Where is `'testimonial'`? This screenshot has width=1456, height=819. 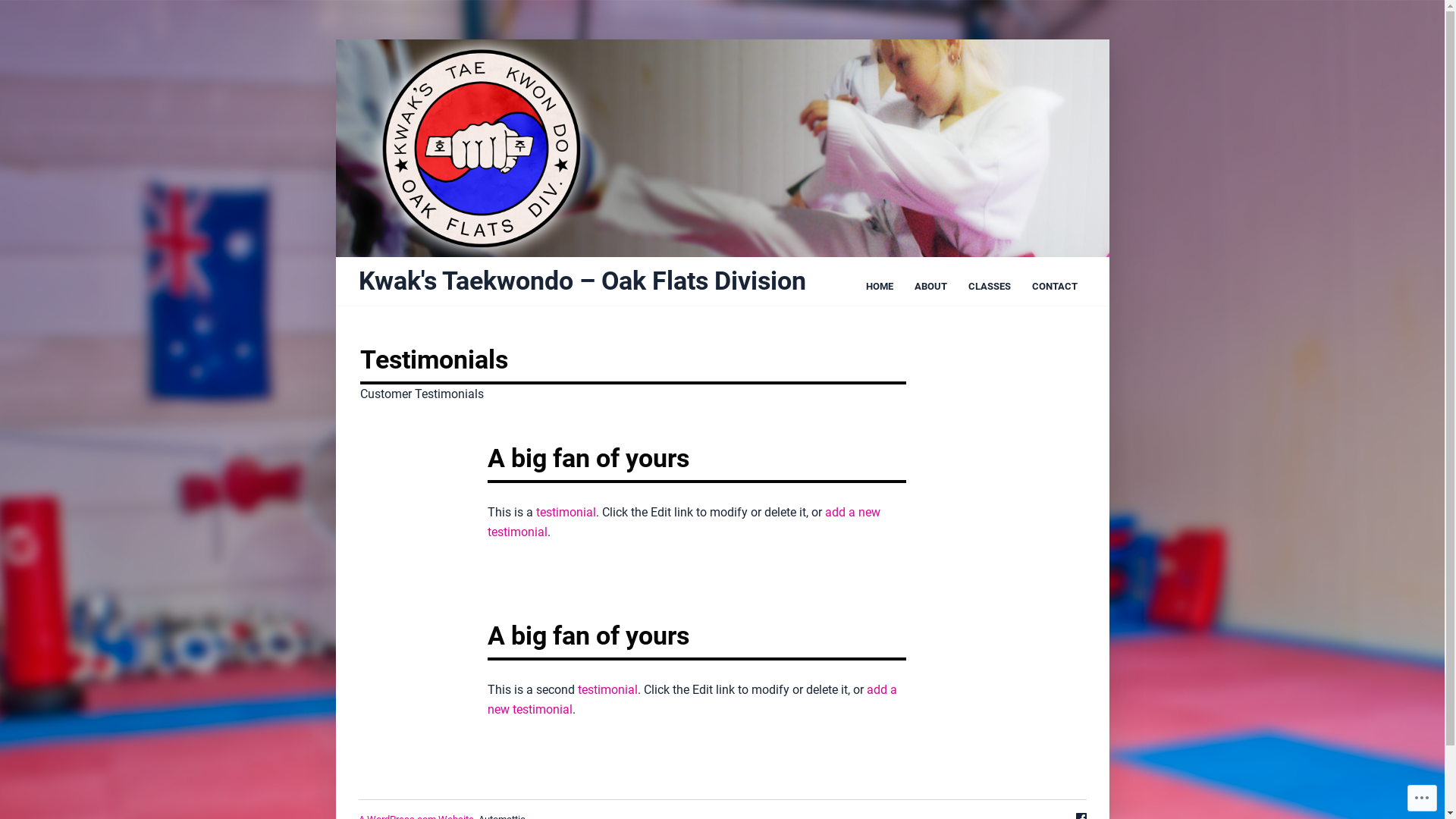 'testimonial' is located at coordinates (535, 512).